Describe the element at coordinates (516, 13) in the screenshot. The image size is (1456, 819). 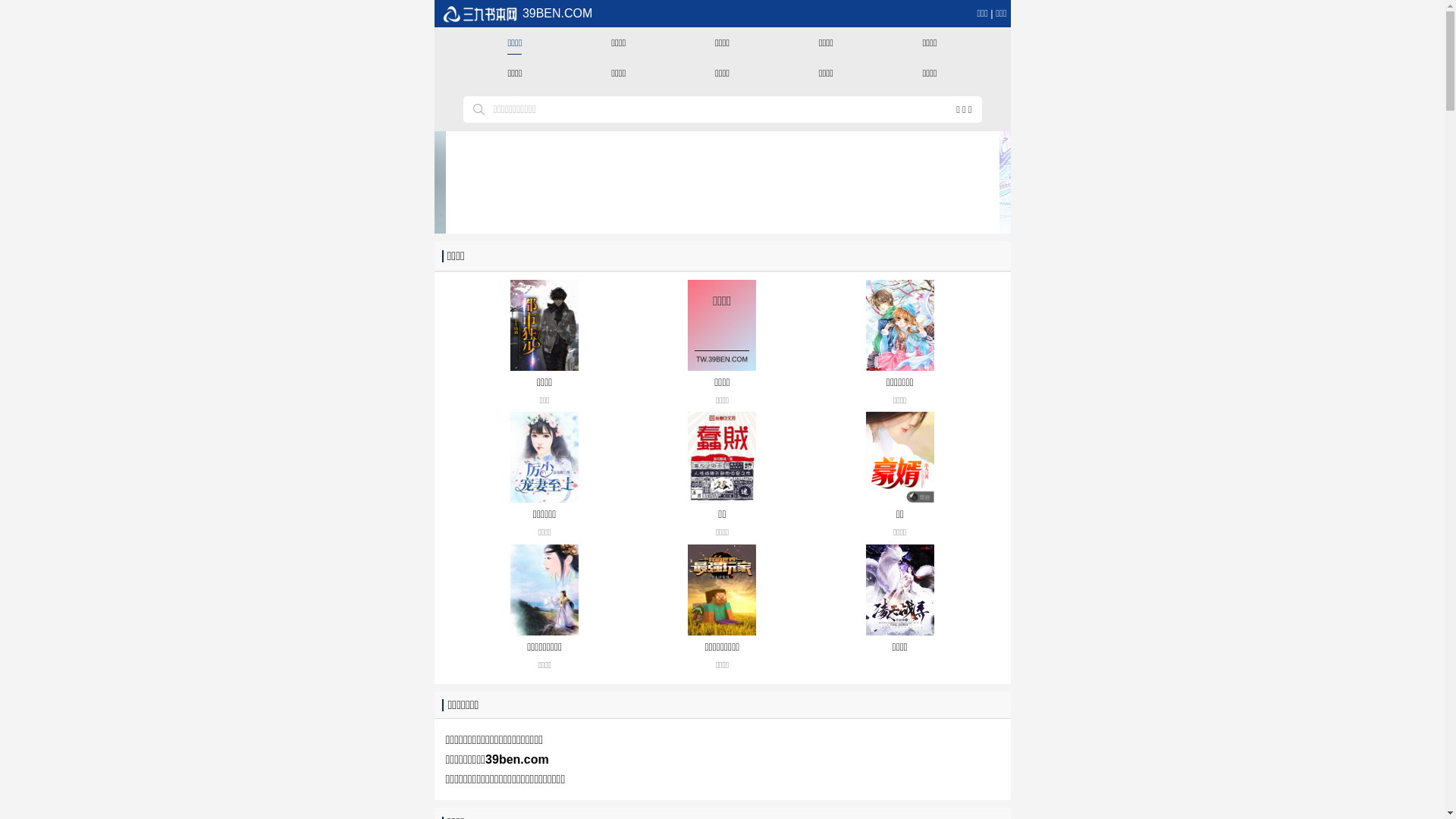
I see `'39BEN.COM'` at that location.